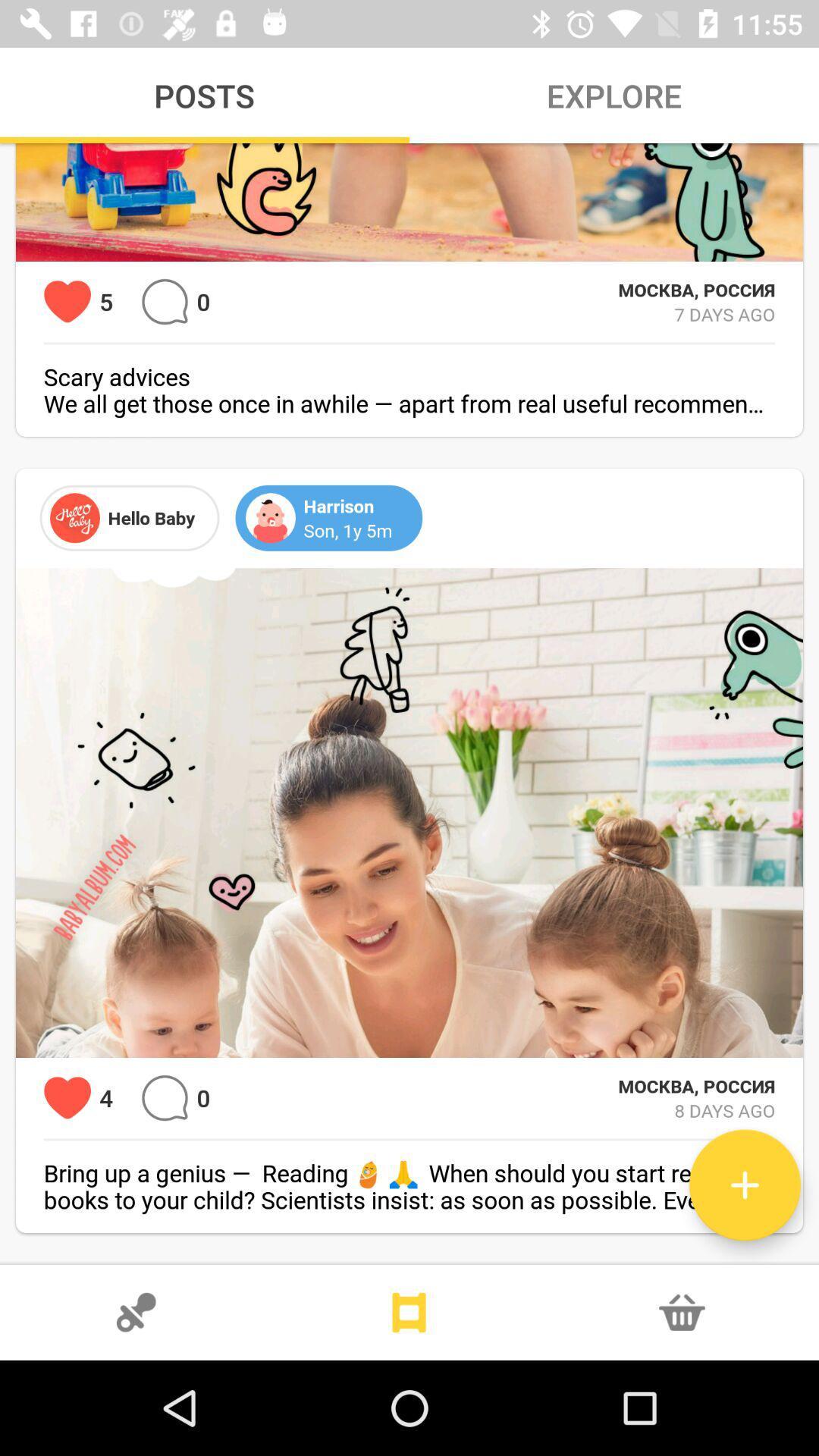 Image resolution: width=819 pixels, height=1456 pixels. I want to click on like post, so click(67, 302).